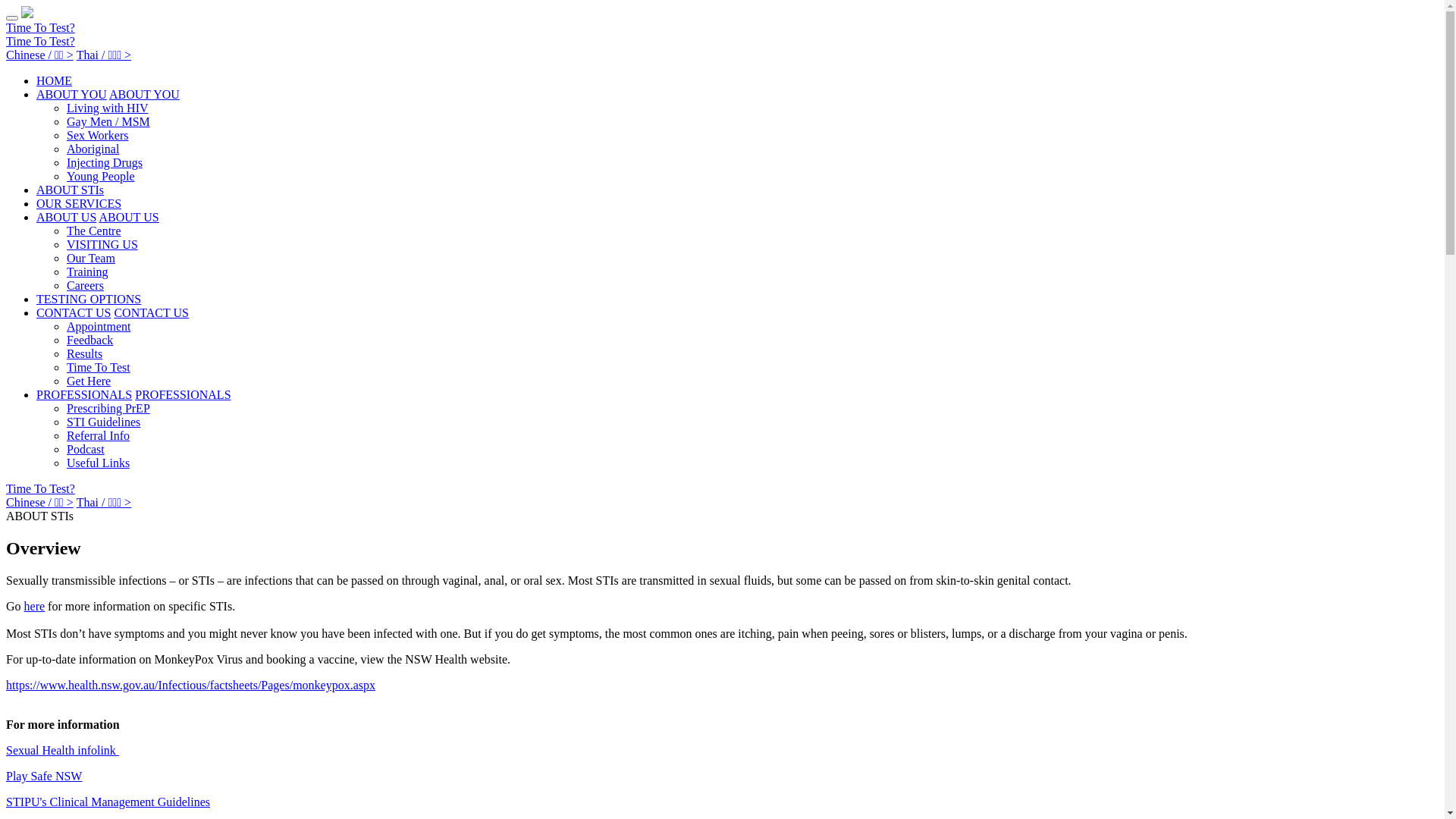 This screenshot has height=819, width=1456. What do you see at coordinates (40, 488) in the screenshot?
I see `'Time To Test?'` at bounding box center [40, 488].